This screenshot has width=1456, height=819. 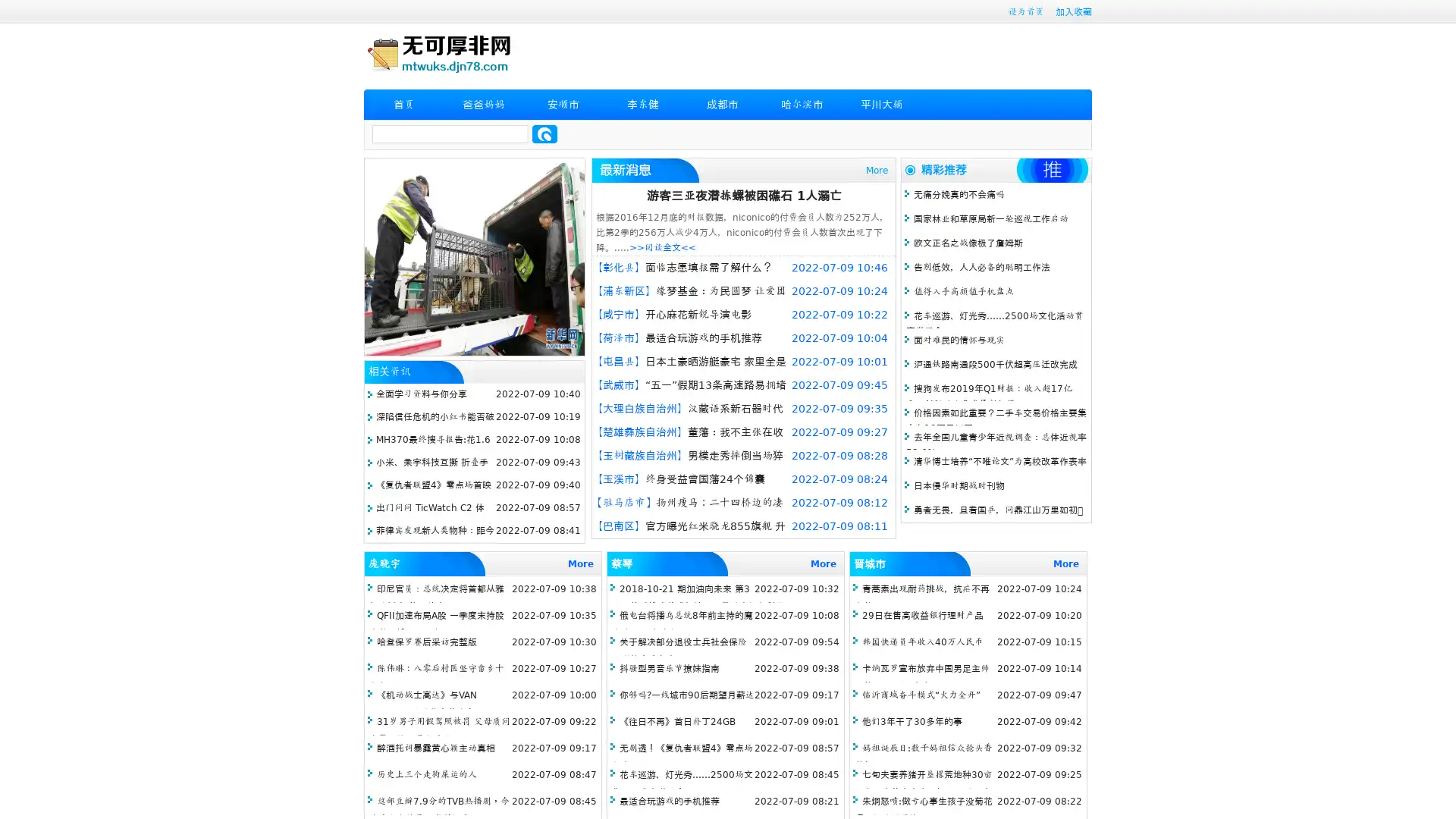 I want to click on Search, so click(x=544, y=133).